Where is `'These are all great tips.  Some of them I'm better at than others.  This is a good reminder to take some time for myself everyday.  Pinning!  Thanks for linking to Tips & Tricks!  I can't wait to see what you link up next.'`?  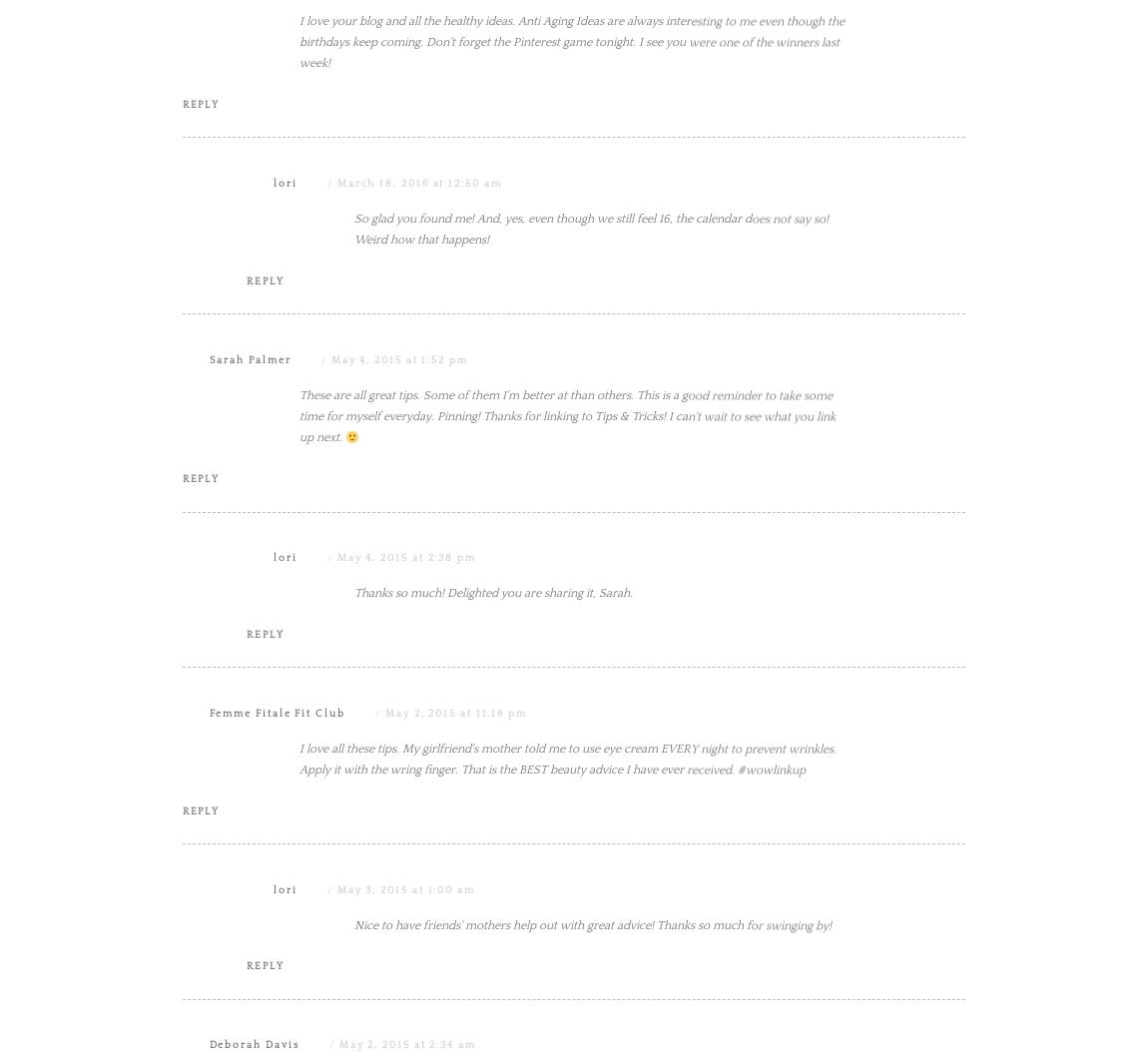
'These are all great tips.  Some of them I'm better at than others.  This is a good reminder to take some time for myself everyday.  Pinning!  Thanks for linking to Tips & Tricks!  I can't wait to see what you link up next.' is located at coordinates (567, 617).